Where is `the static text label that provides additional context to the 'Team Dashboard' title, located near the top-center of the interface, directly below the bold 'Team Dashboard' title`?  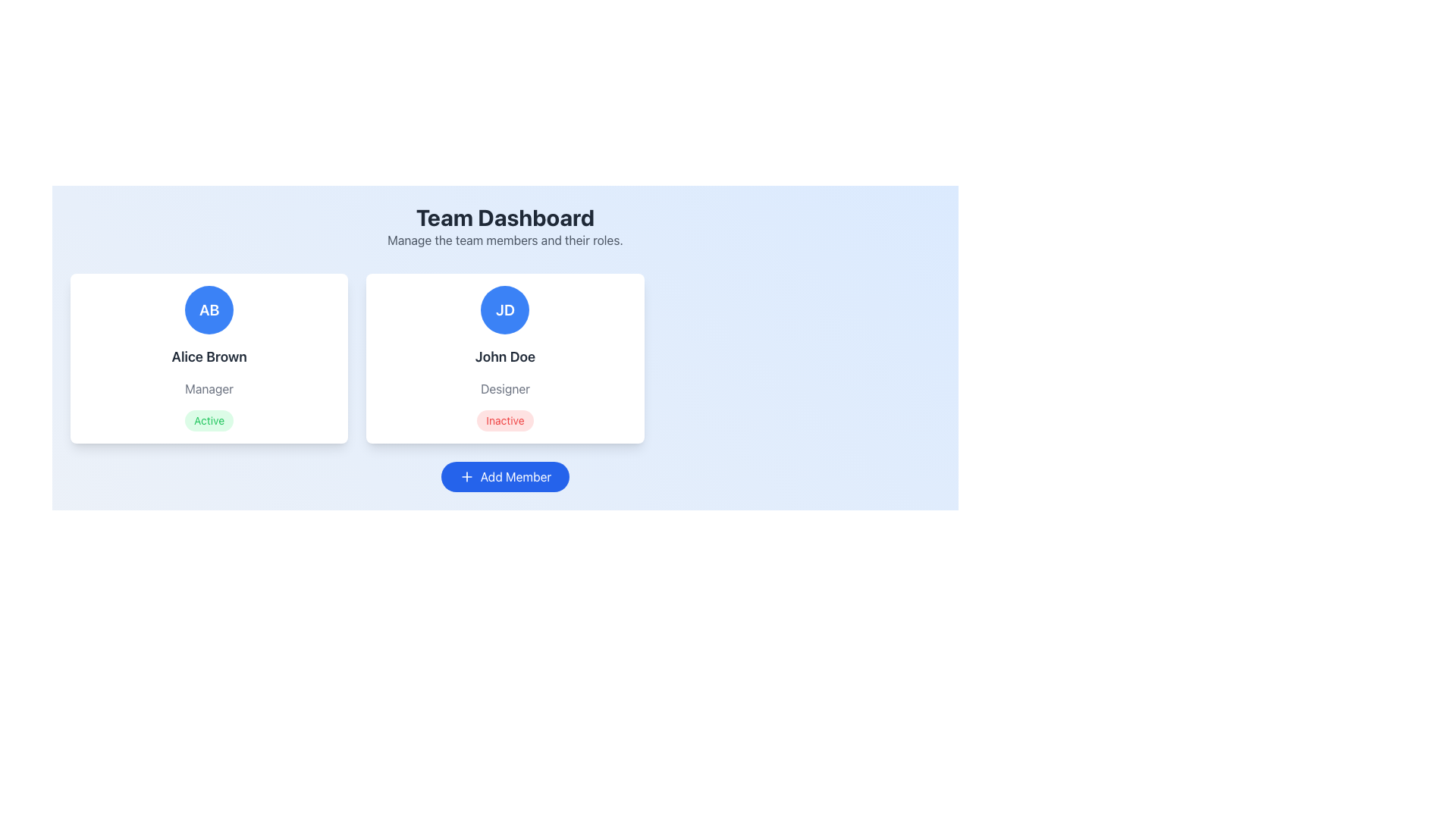
the static text label that provides additional context to the 'Team Dashboard' title, located near the top-center of the interface, directly below the bold 'Team Dashboard' title is located at coordinates (505, 239).